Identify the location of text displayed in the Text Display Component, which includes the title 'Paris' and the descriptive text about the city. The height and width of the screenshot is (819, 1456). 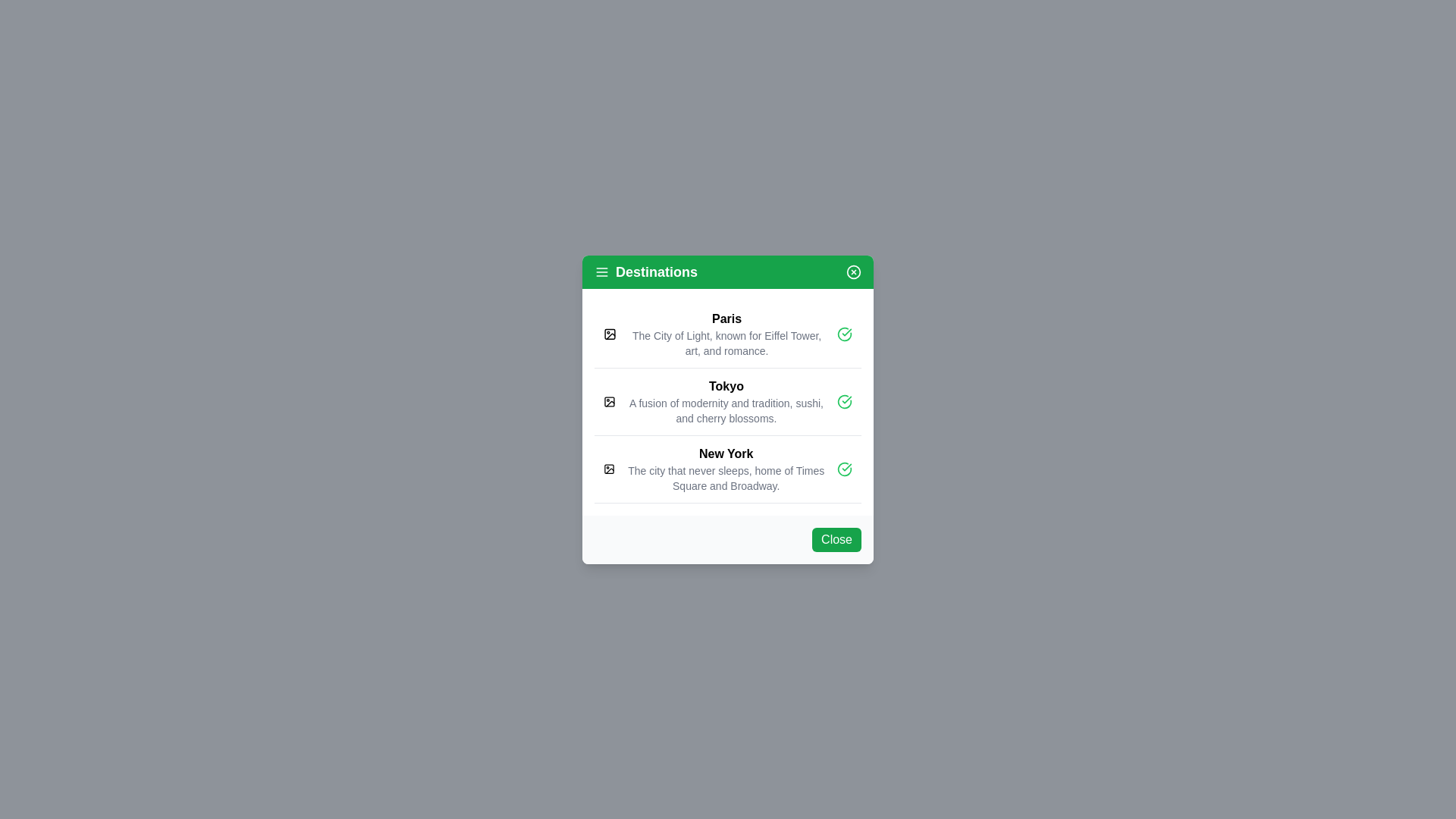
(726, 333).